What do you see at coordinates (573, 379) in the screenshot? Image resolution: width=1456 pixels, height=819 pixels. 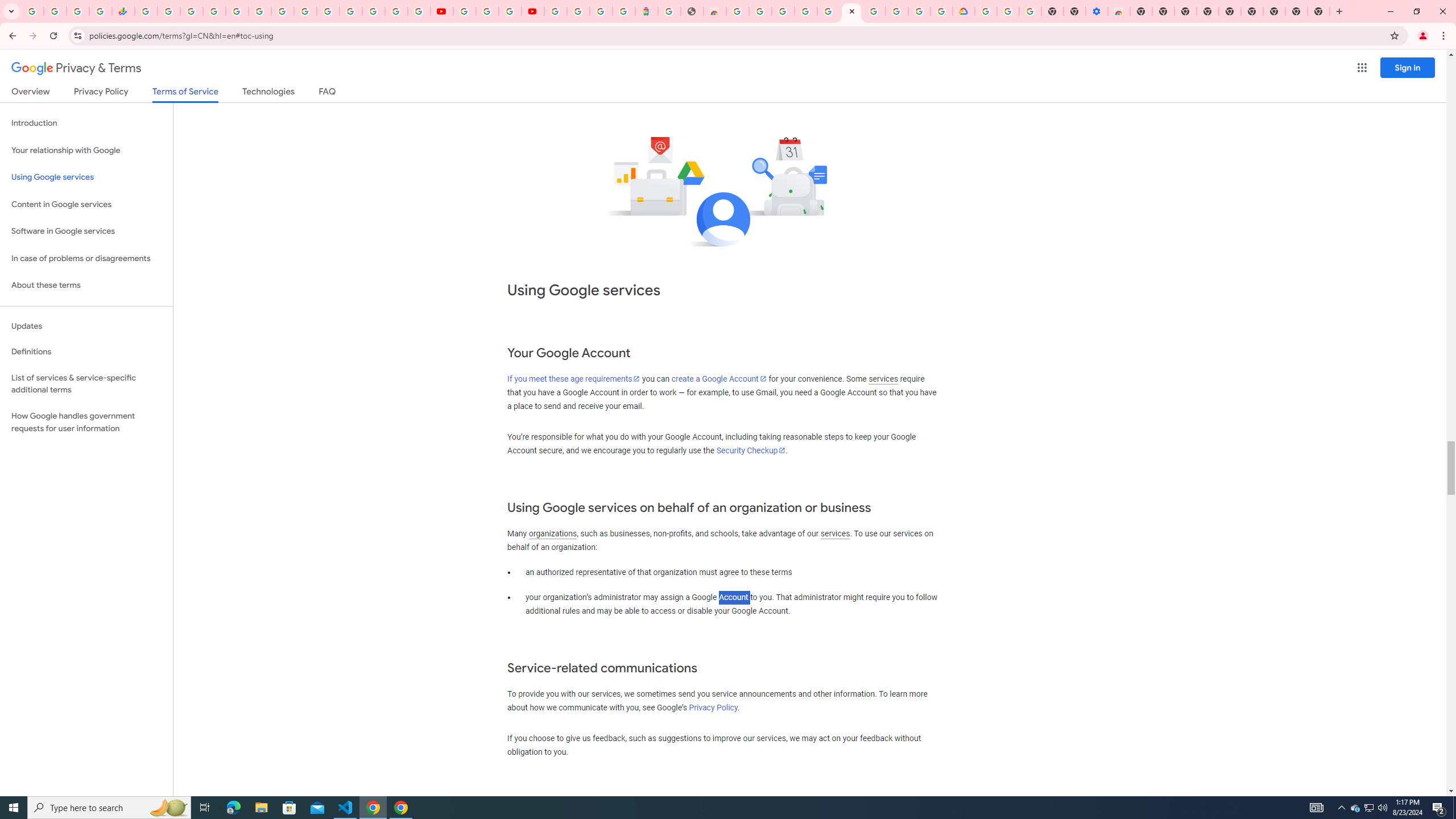 I see `'If you meet these age requirements'` at bounding box center [573, 379].